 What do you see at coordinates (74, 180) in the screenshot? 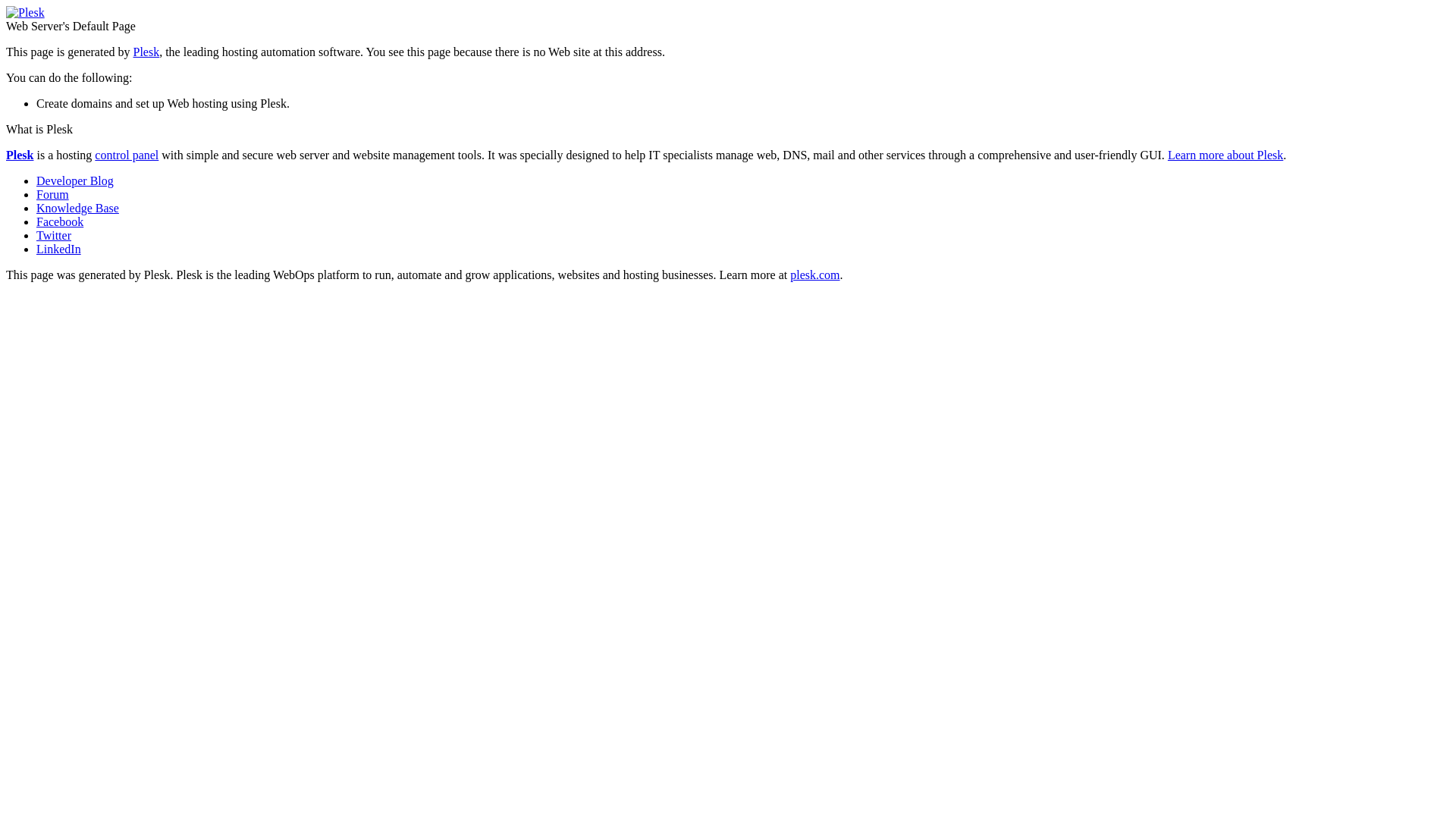
I see `'Developer Blog'` at bounding box center [74, 180].